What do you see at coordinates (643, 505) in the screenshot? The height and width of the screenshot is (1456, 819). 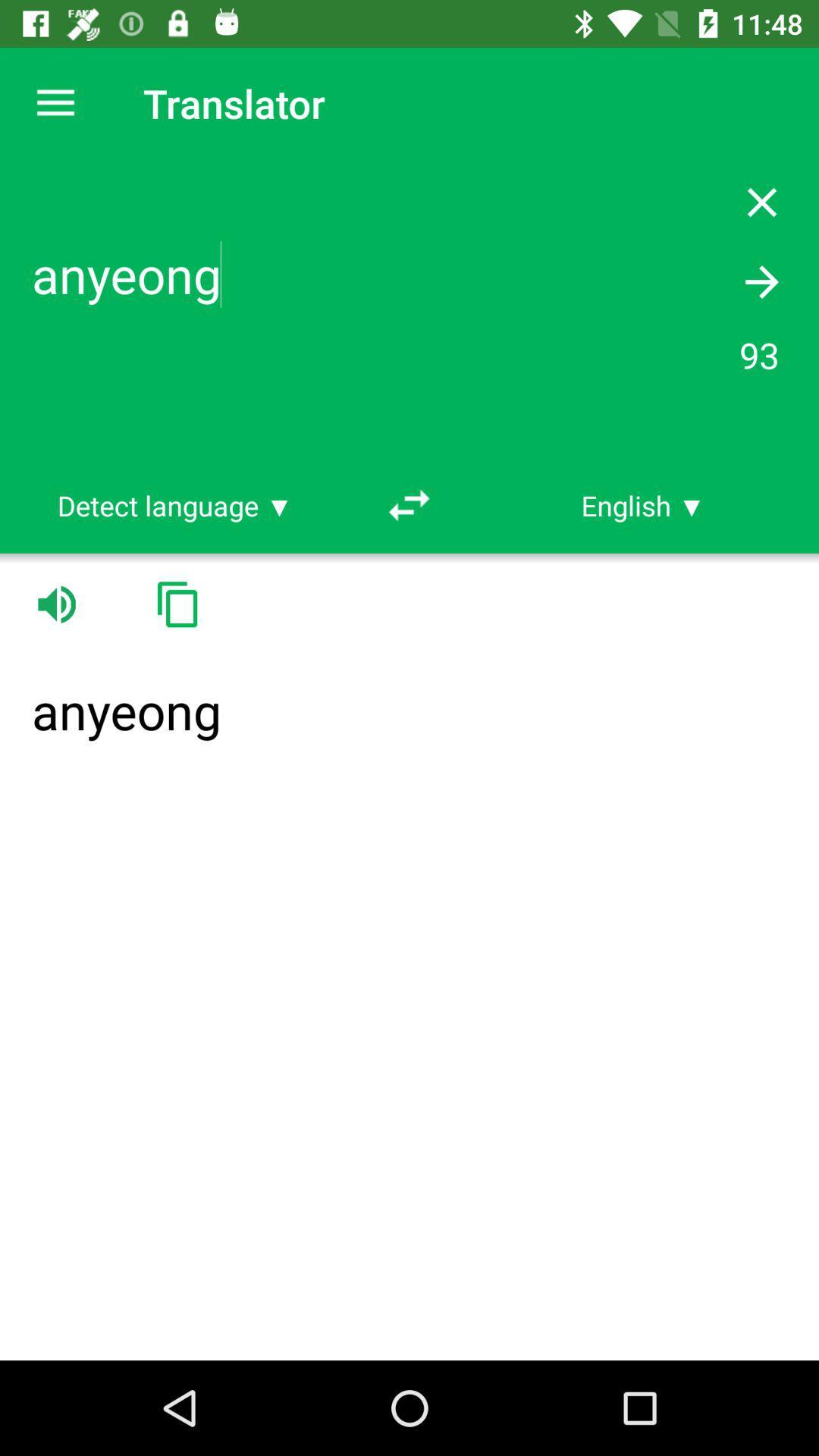 I see `the item on the right` at bounding box center [643, 505].